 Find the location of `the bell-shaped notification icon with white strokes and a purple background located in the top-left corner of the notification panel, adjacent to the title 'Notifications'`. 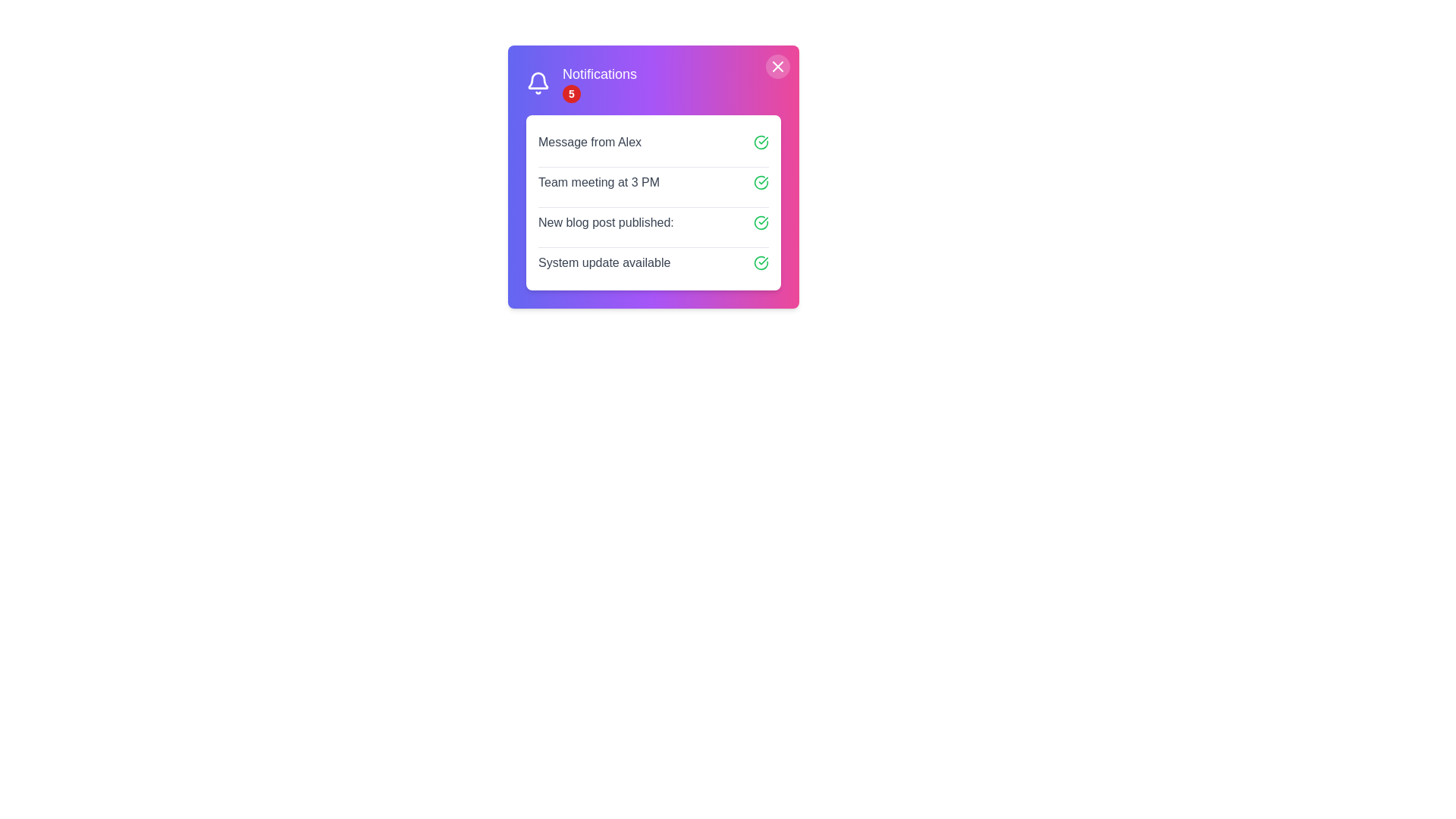

the bell-shaped notification icon with white strokes and a purple background located in the top-left corner of the notification panel, adjacent to the title 'Notifications' is located at coordinates (538, 80).